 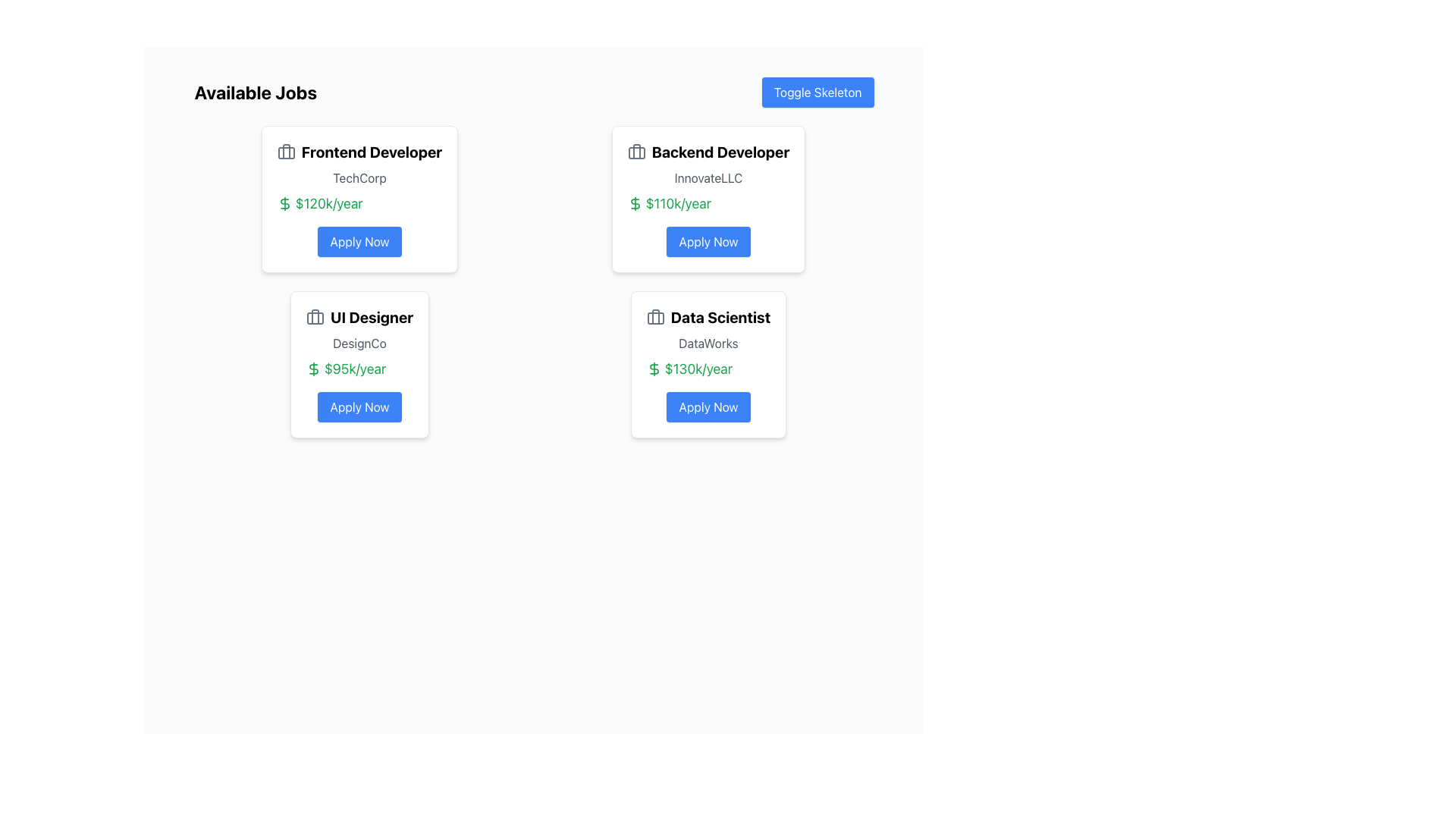 What do you see at coordinates (359, 369) in the screenshot?
I see `salary information displayed as '$95k/year' in green text within the second card under the job title 'UI Designer' at DesignCo, located above the 'Apply Now' button` at bounding box center [359, 369].